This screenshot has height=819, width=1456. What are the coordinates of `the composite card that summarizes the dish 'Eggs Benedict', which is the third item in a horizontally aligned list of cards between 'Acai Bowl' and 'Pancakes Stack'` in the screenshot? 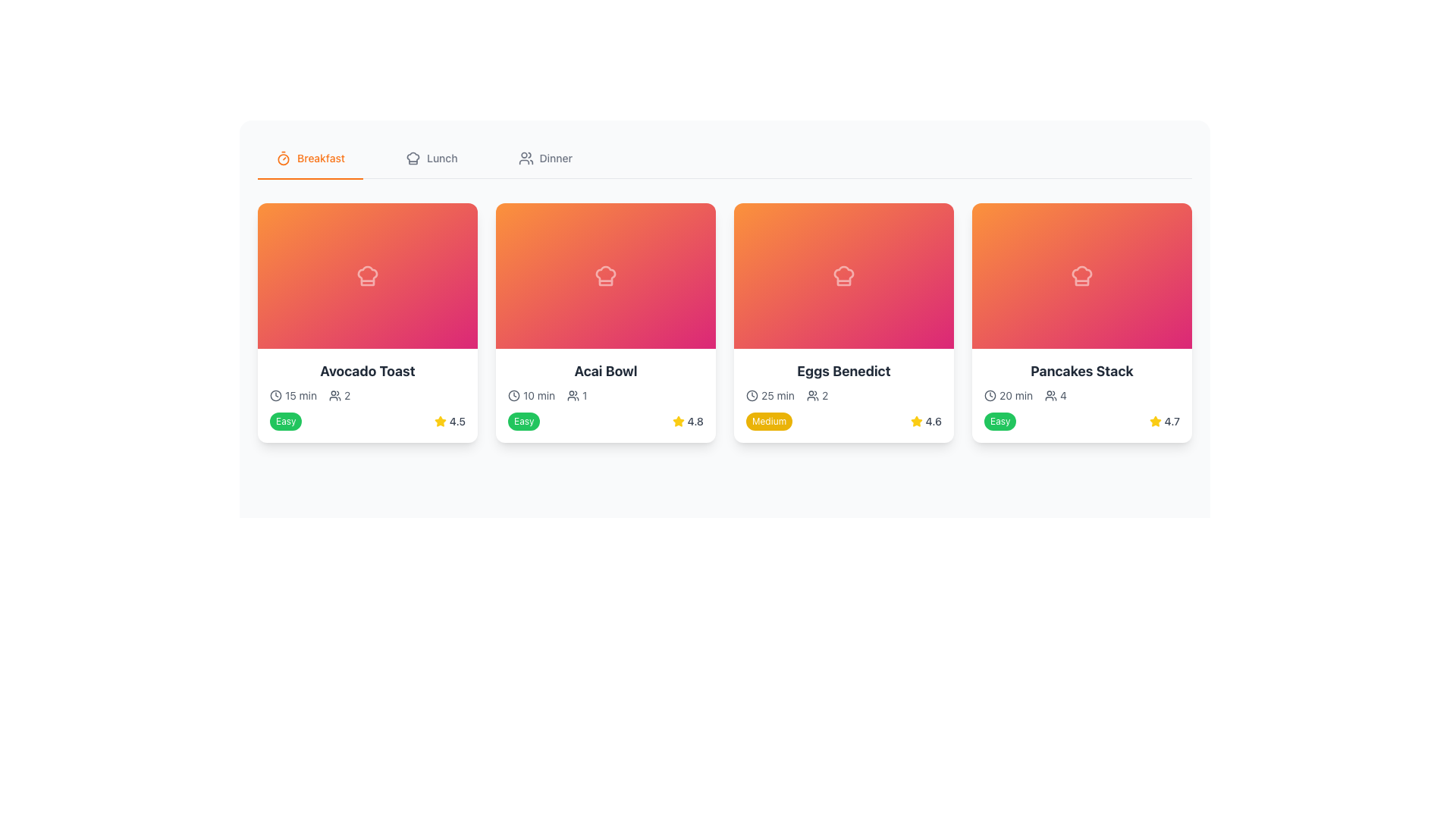 It's located at (843, 394).